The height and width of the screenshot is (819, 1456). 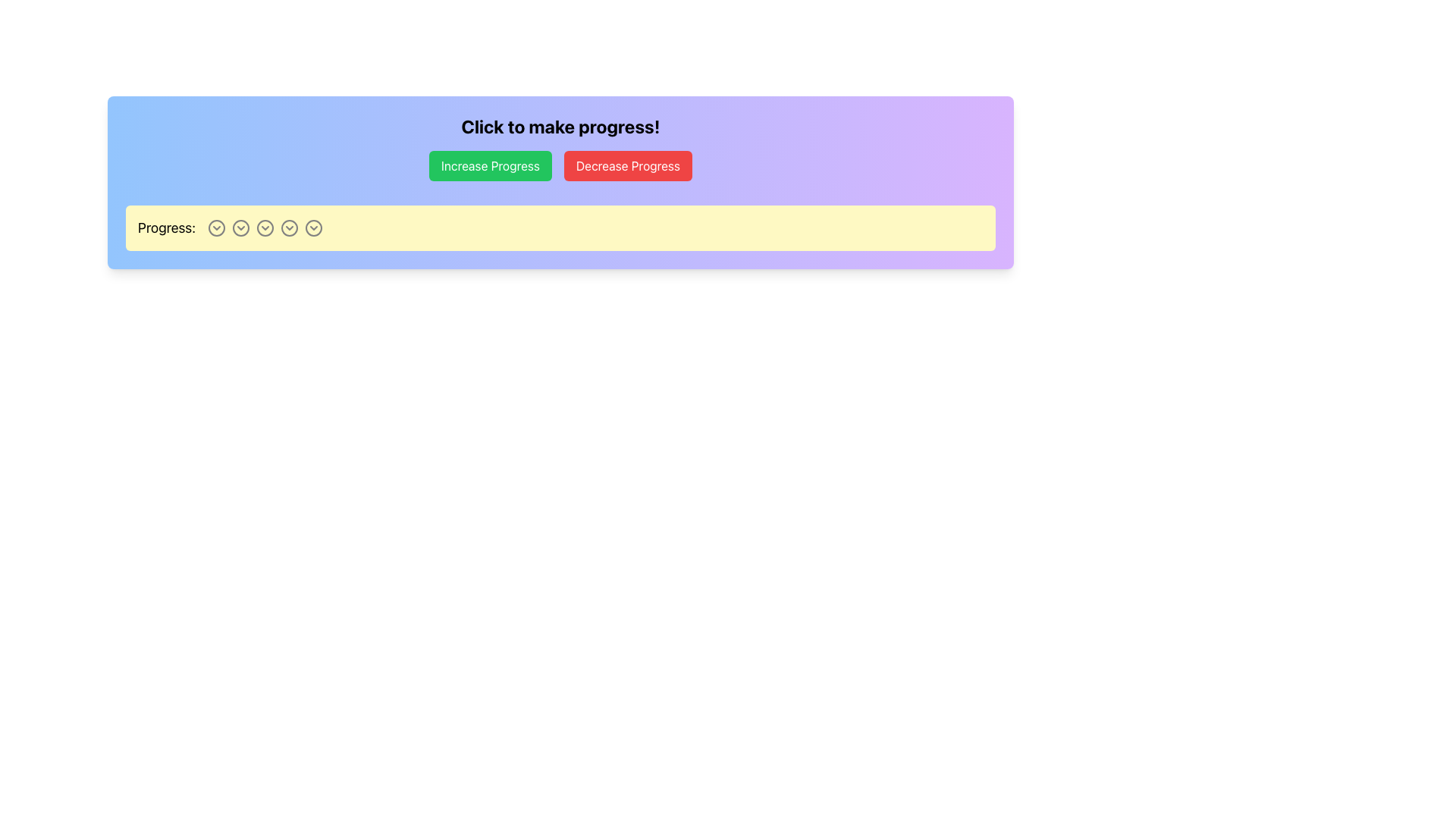 What do you see at coordinates (491, 166) in the screenshot?
I see `the 'Increase Progress' button which is a rectangular button with a green background and white text, located near the top-center of the layout, to the left of the 'Decrease Progress' button` at bounding box center [491, 166].